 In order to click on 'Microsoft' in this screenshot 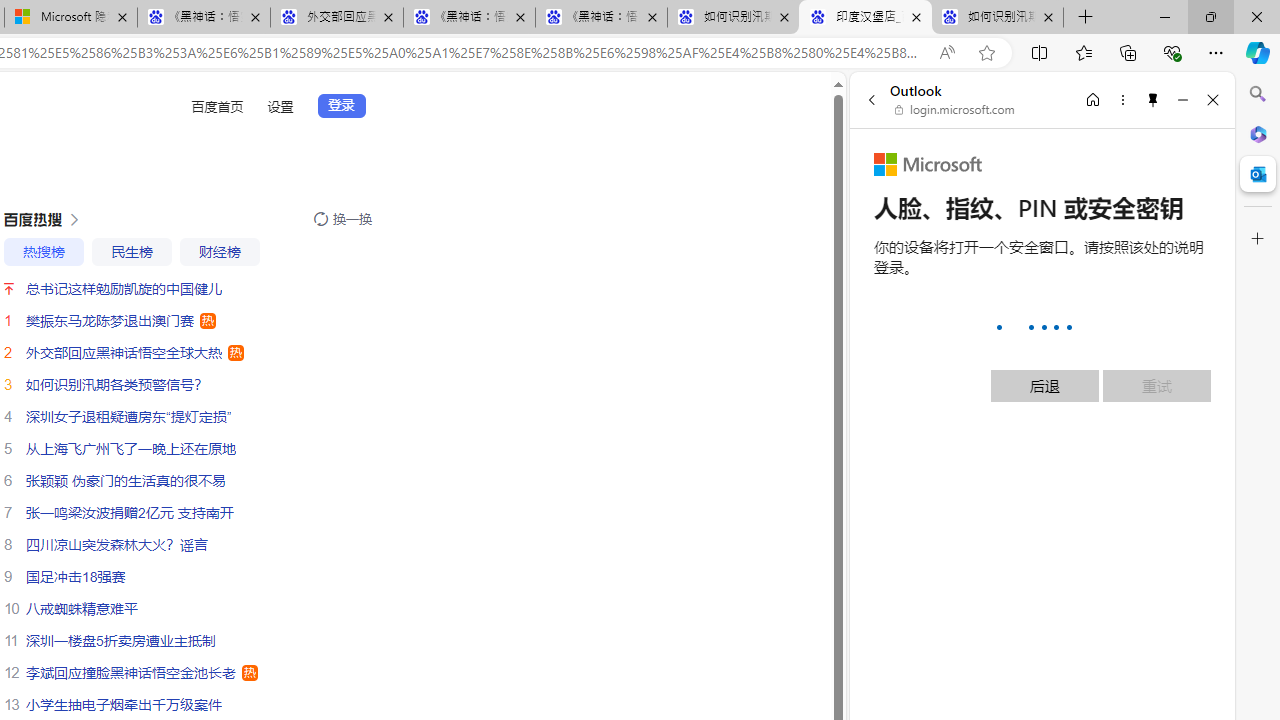, I will do `click(927, 164)`.